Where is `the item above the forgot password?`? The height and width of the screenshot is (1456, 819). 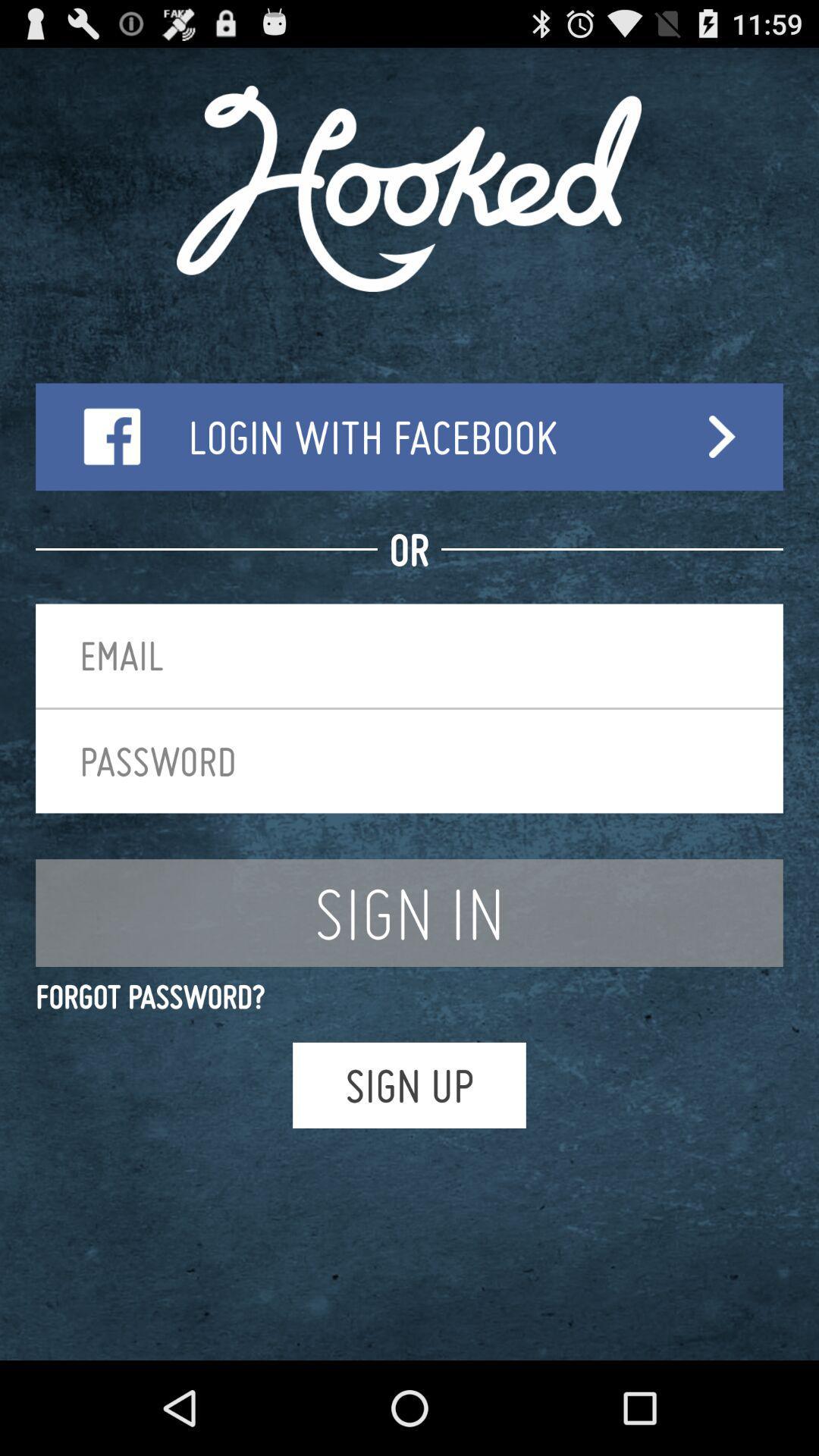
the item above the forgot password? is located at coordinates (409, 912).